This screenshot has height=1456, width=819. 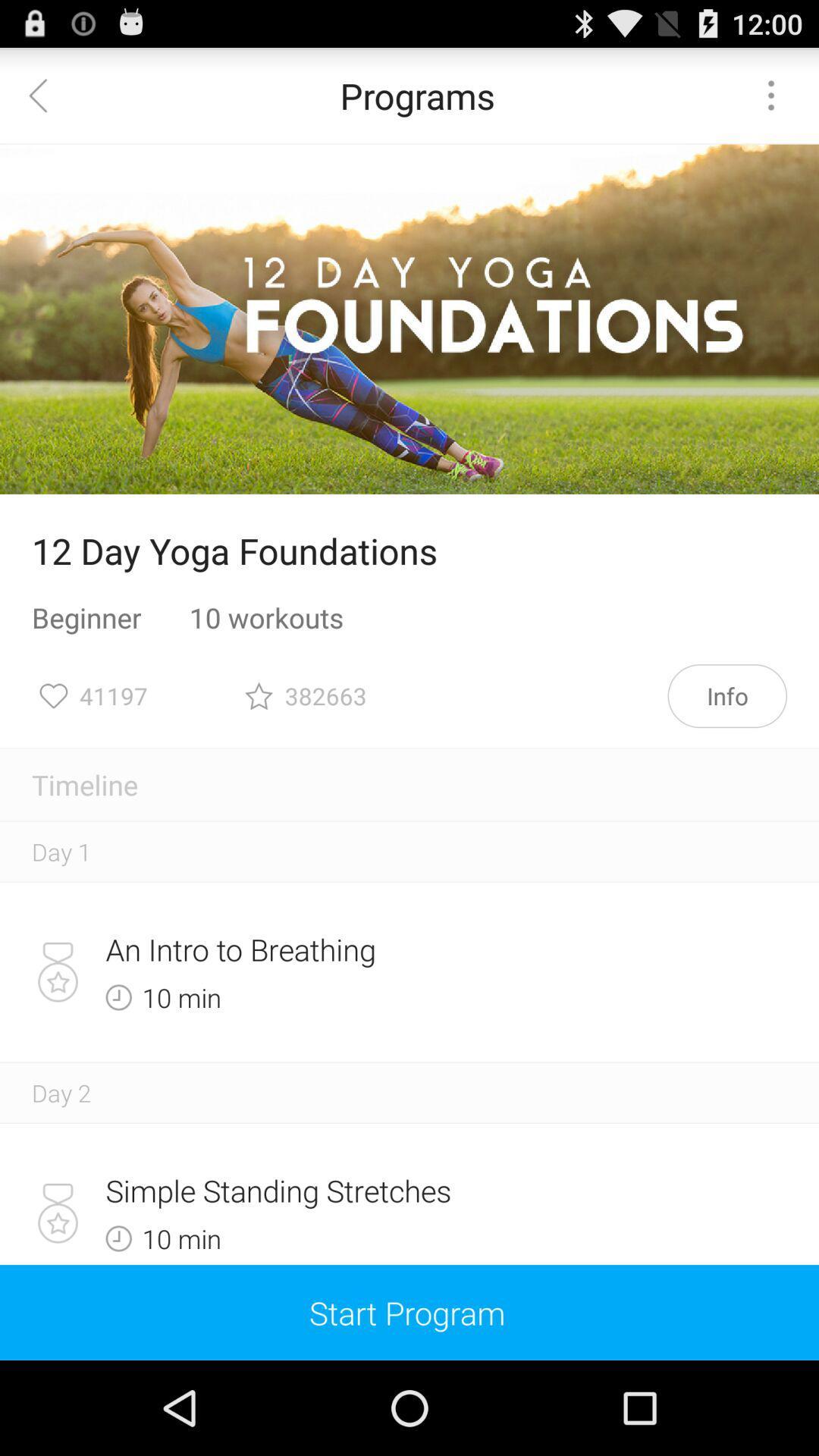 What do you see at coordinates (726, 695) in the screenshot?
I see `icon to the right of 382663` at bounding box center [726, 695].